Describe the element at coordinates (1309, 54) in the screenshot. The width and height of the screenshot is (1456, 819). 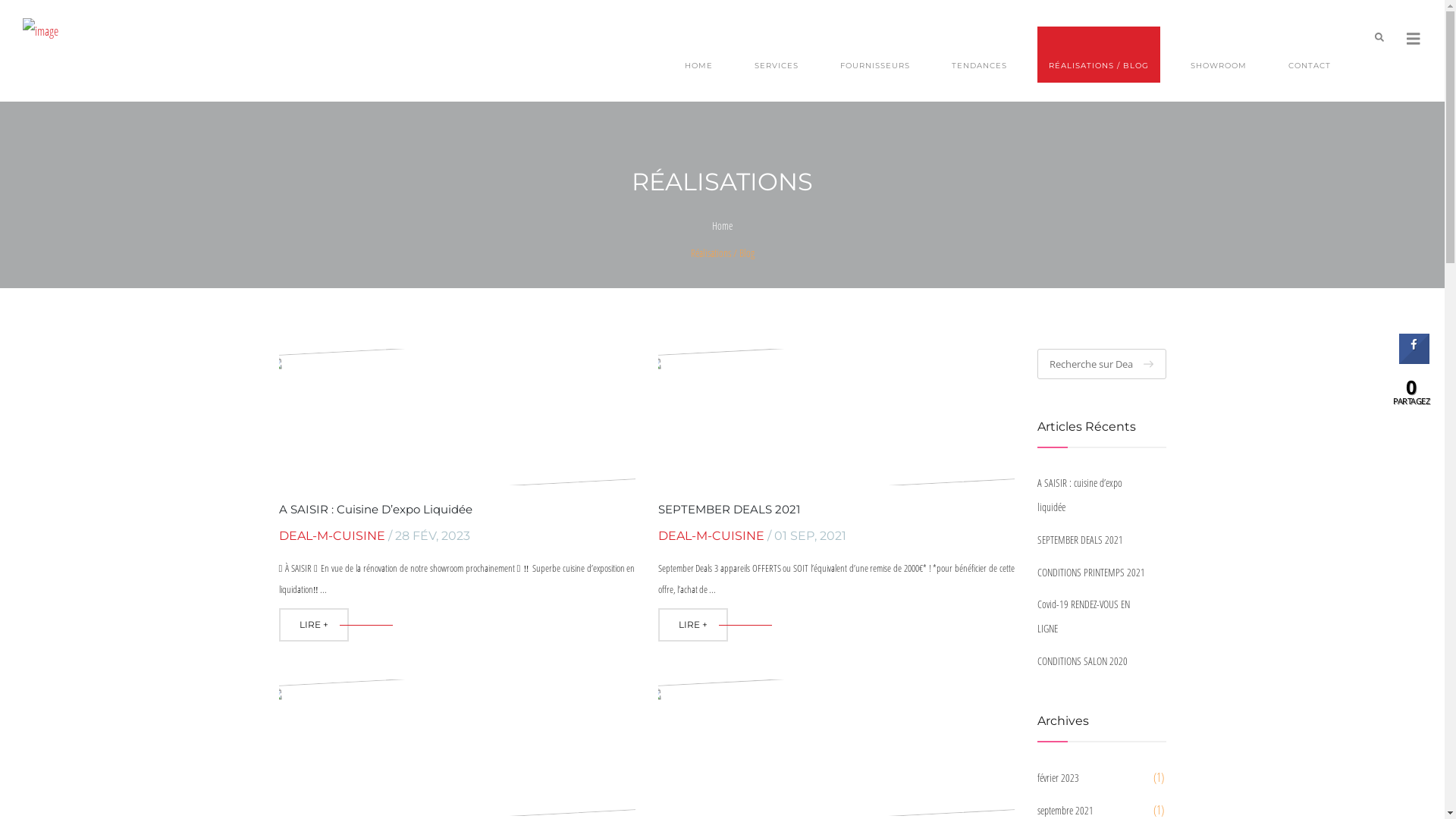
I see `'CONTACT'` at that location.